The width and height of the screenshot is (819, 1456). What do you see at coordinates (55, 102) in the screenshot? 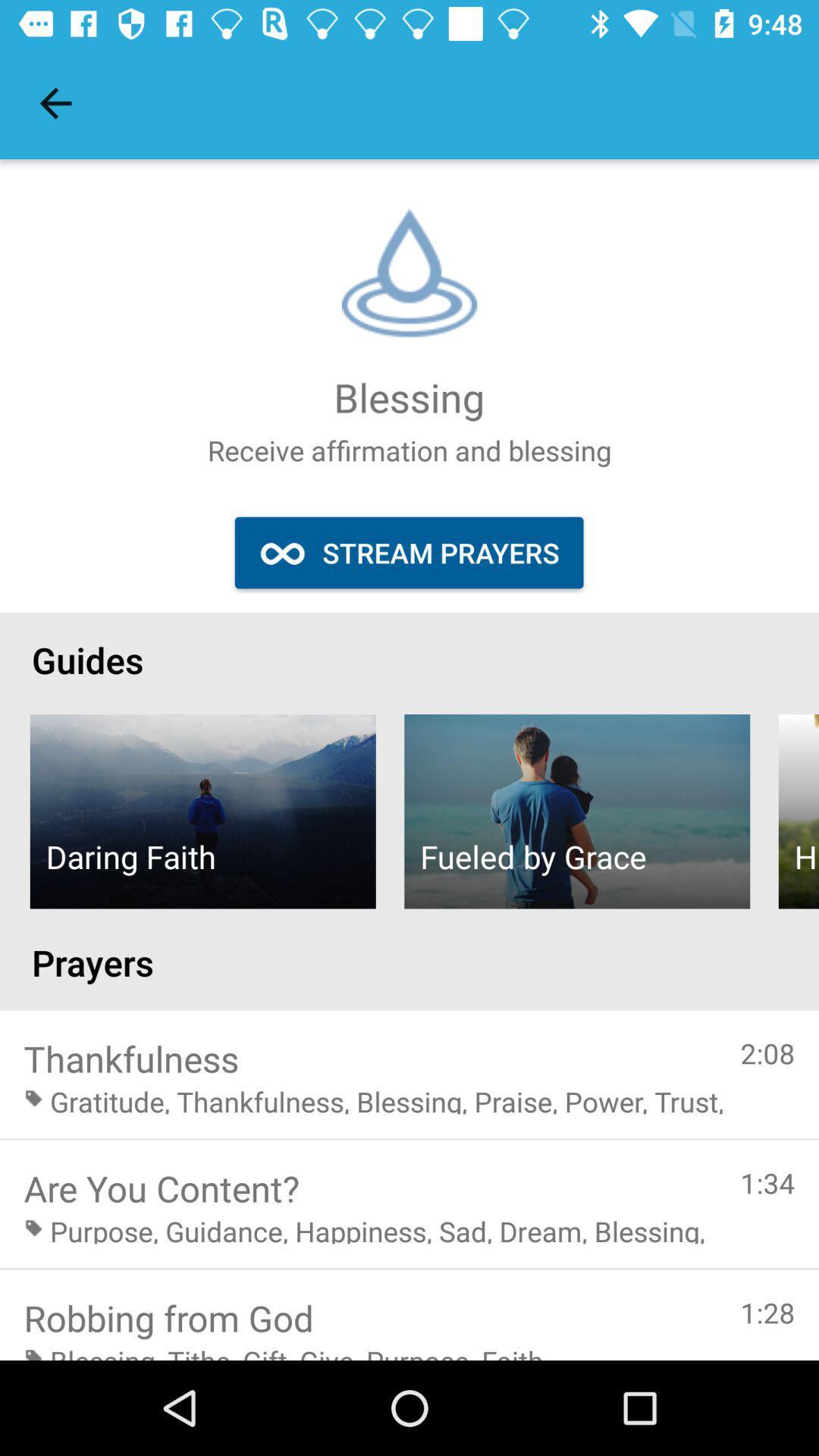
I see `the item at the top left corner` at bounding box center [55, 102].